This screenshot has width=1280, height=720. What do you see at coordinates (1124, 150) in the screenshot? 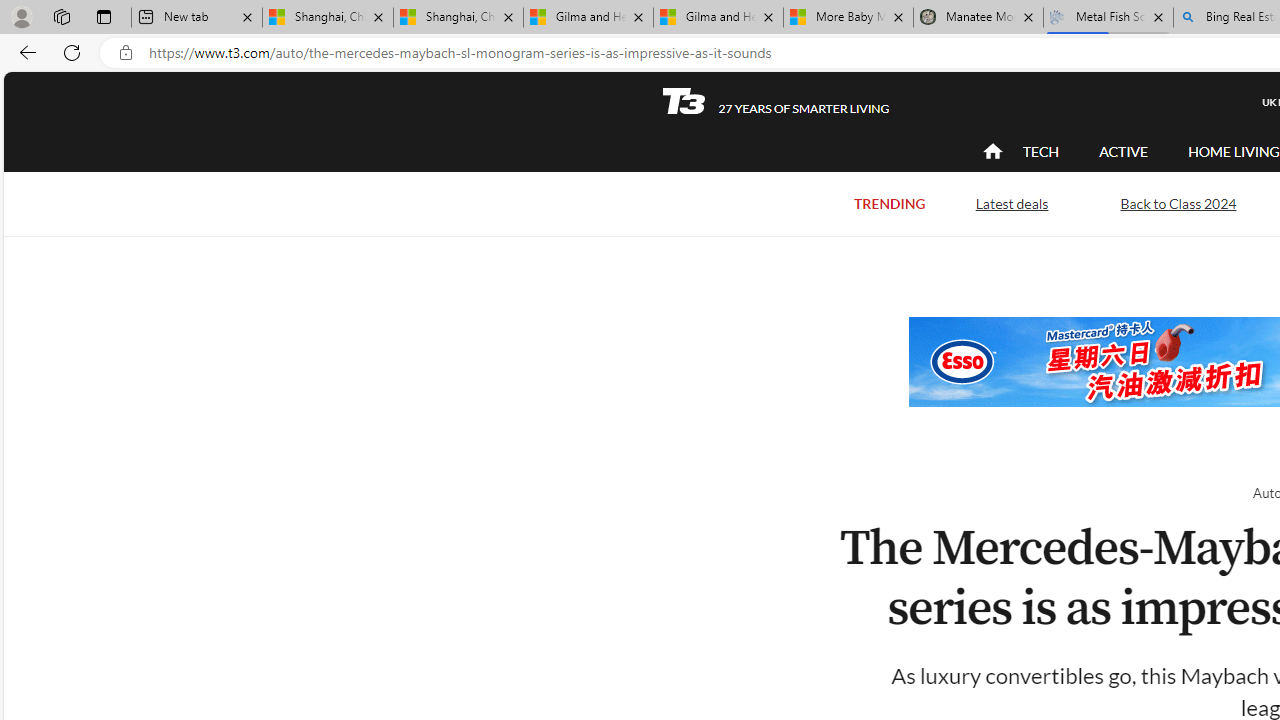
I see `'ACTIVE'` at bounding box center [1124, 150].